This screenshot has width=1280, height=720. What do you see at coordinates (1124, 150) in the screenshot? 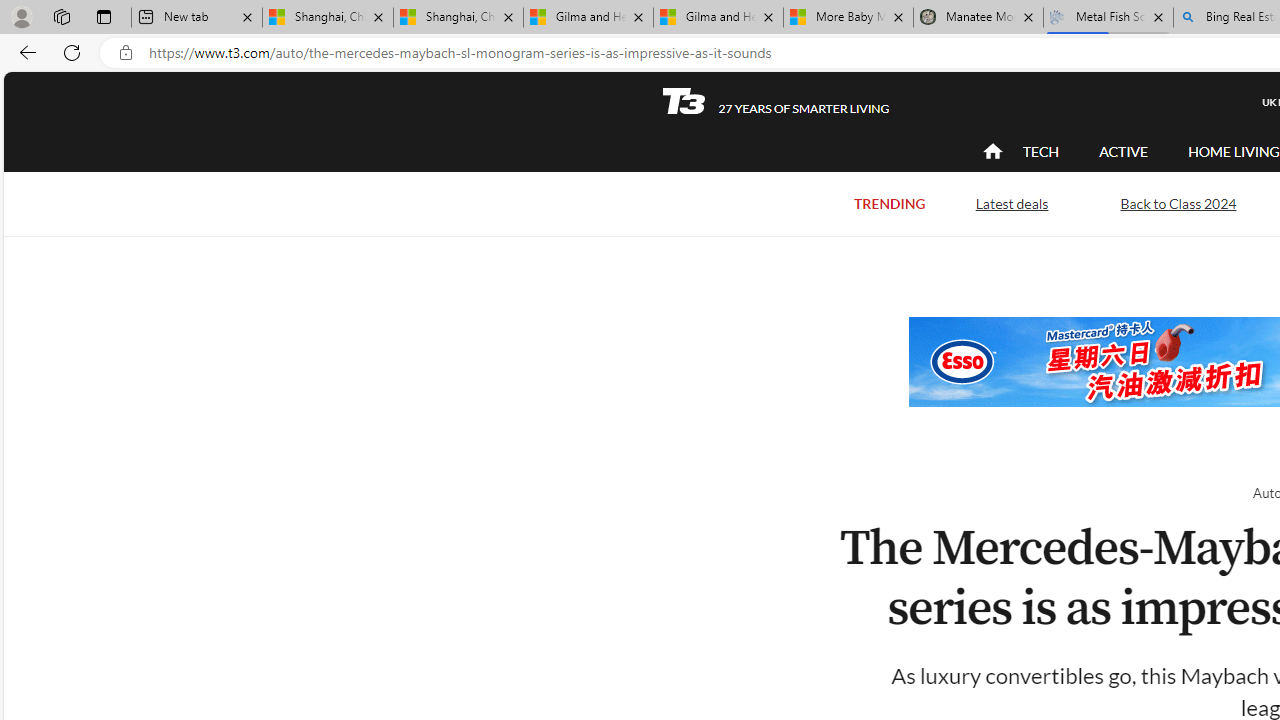
I see `'ACTIVE'` at bounding box center [1124, 150].